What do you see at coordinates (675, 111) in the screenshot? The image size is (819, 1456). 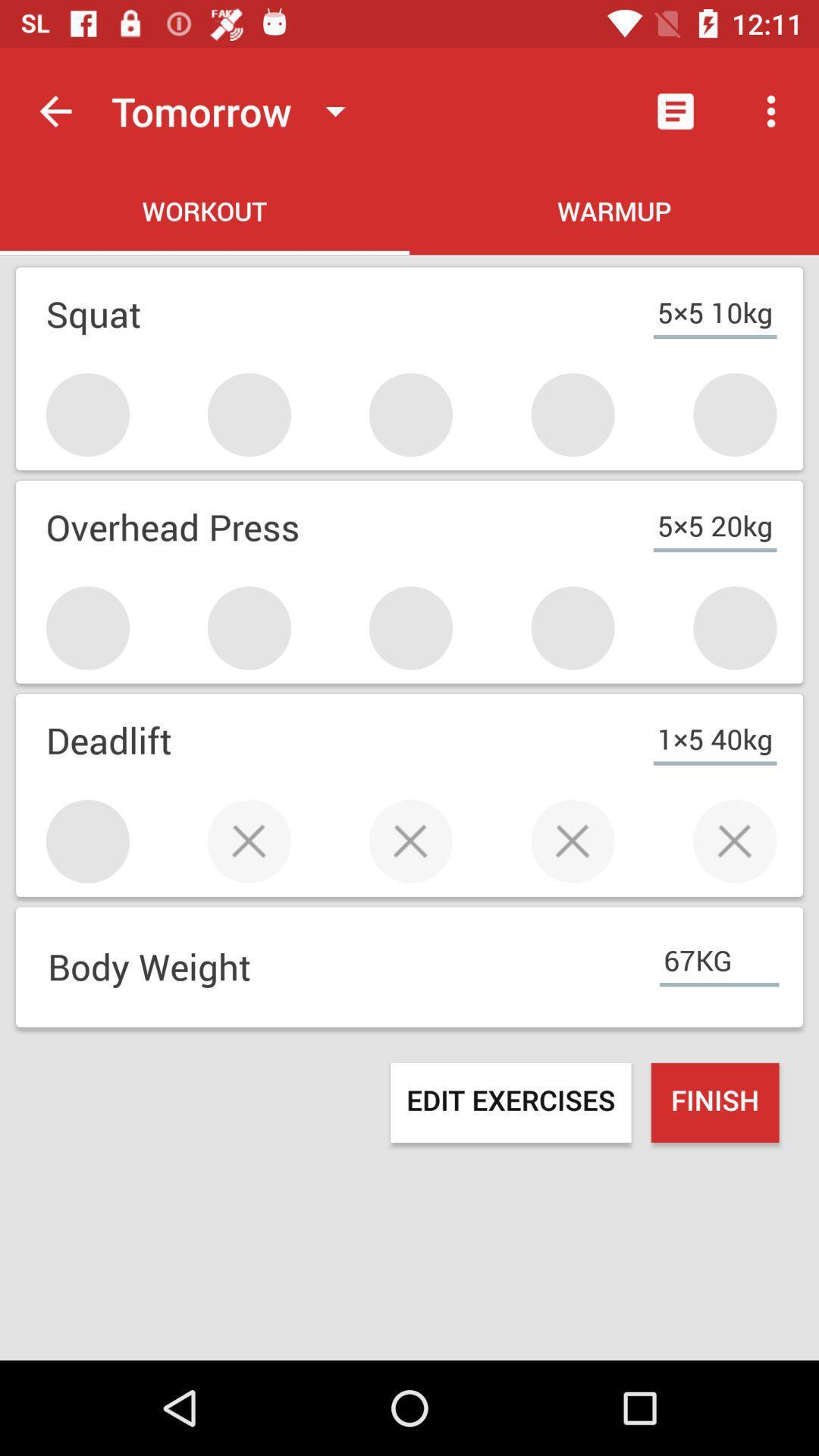 I see `the item next to tomorrow icon` at bounding box center [675, 111].